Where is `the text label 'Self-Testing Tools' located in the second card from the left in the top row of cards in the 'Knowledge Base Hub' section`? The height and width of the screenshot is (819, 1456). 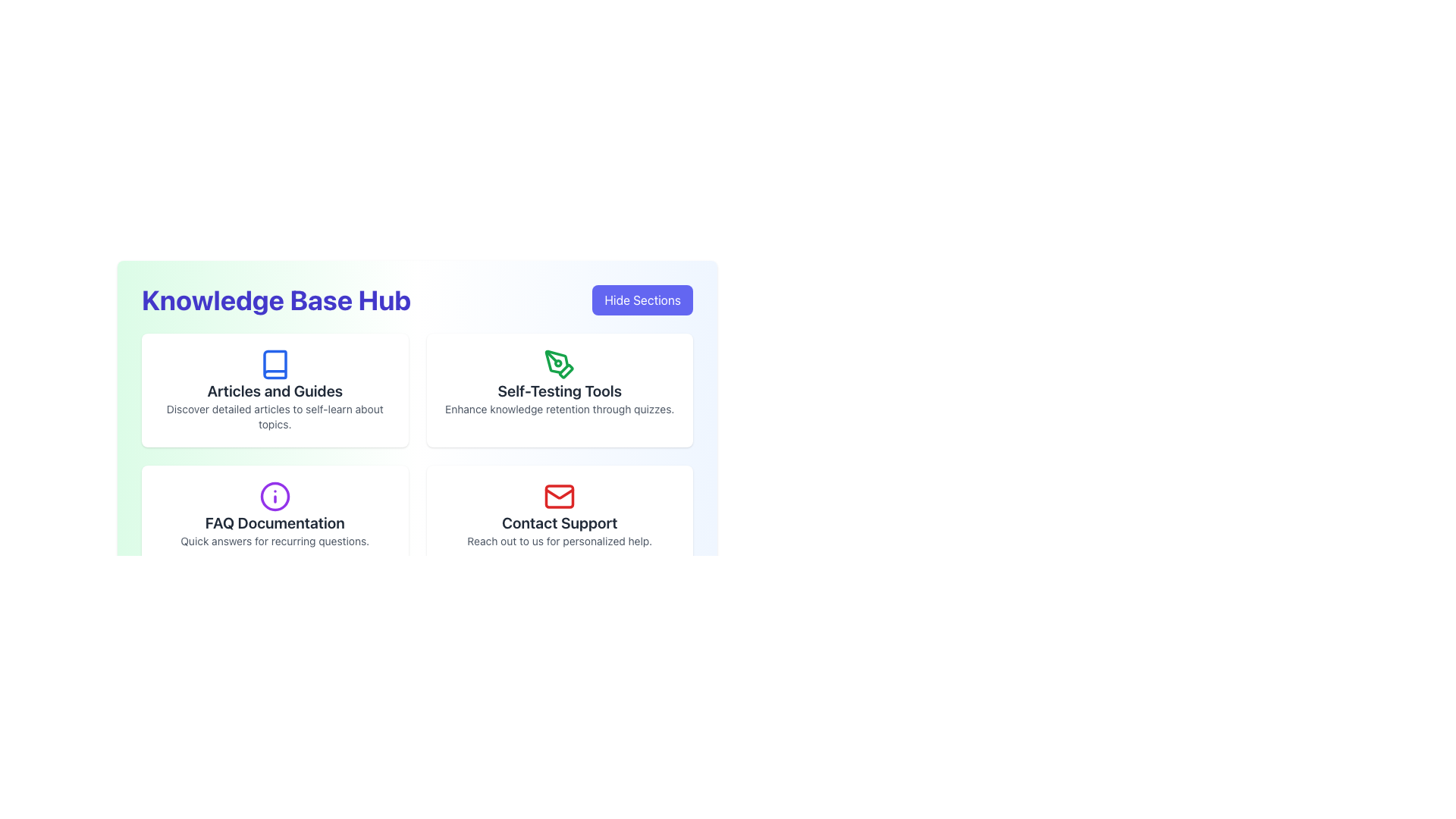
the text label 'Self-Testing Tools' located in the second card from the left in the top row of cards in the 'Knowledge Base Hub' section is located at coordinates (559, 391).